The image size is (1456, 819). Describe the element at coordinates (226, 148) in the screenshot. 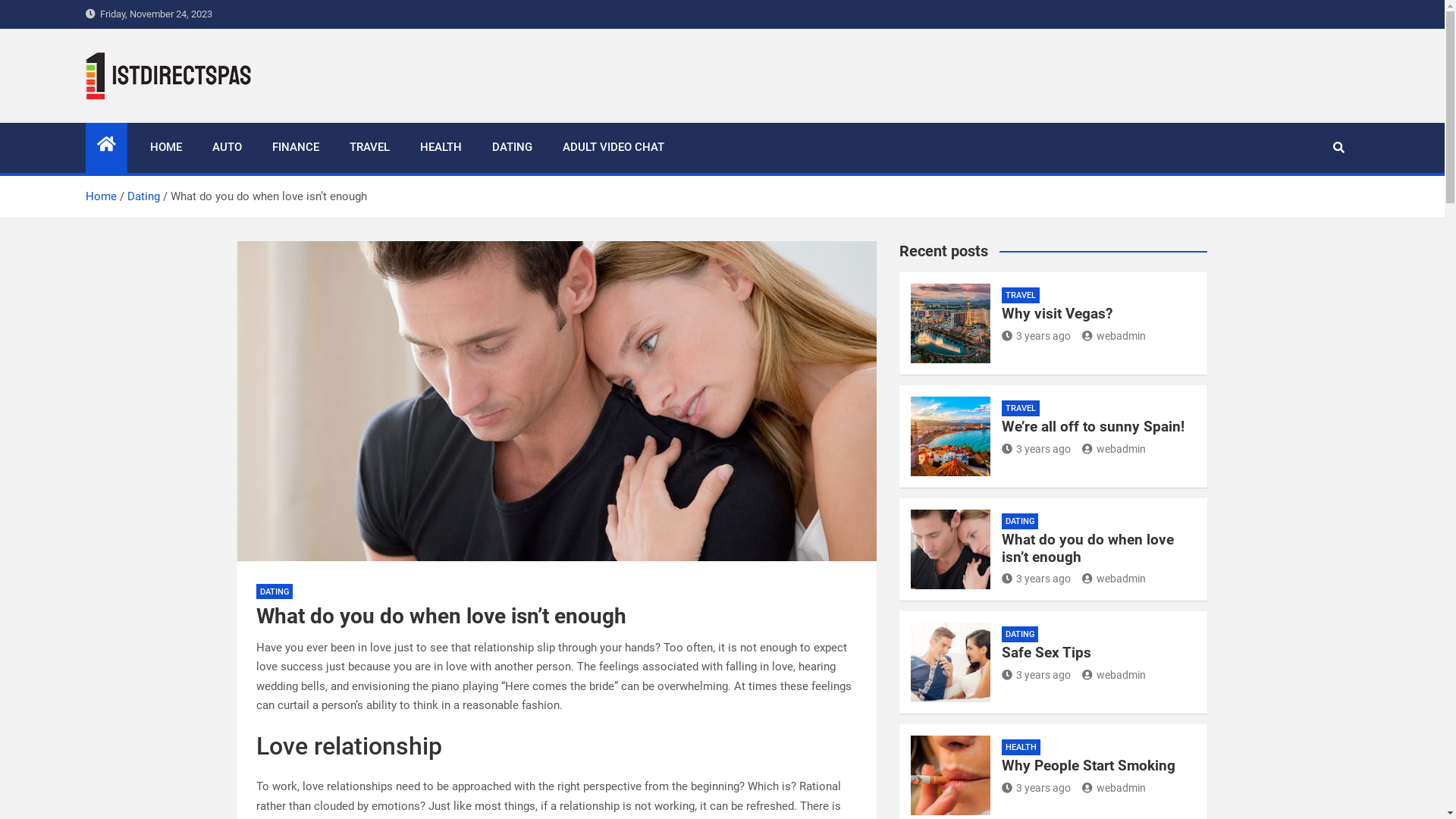

I see `'AUTO'` at that location.